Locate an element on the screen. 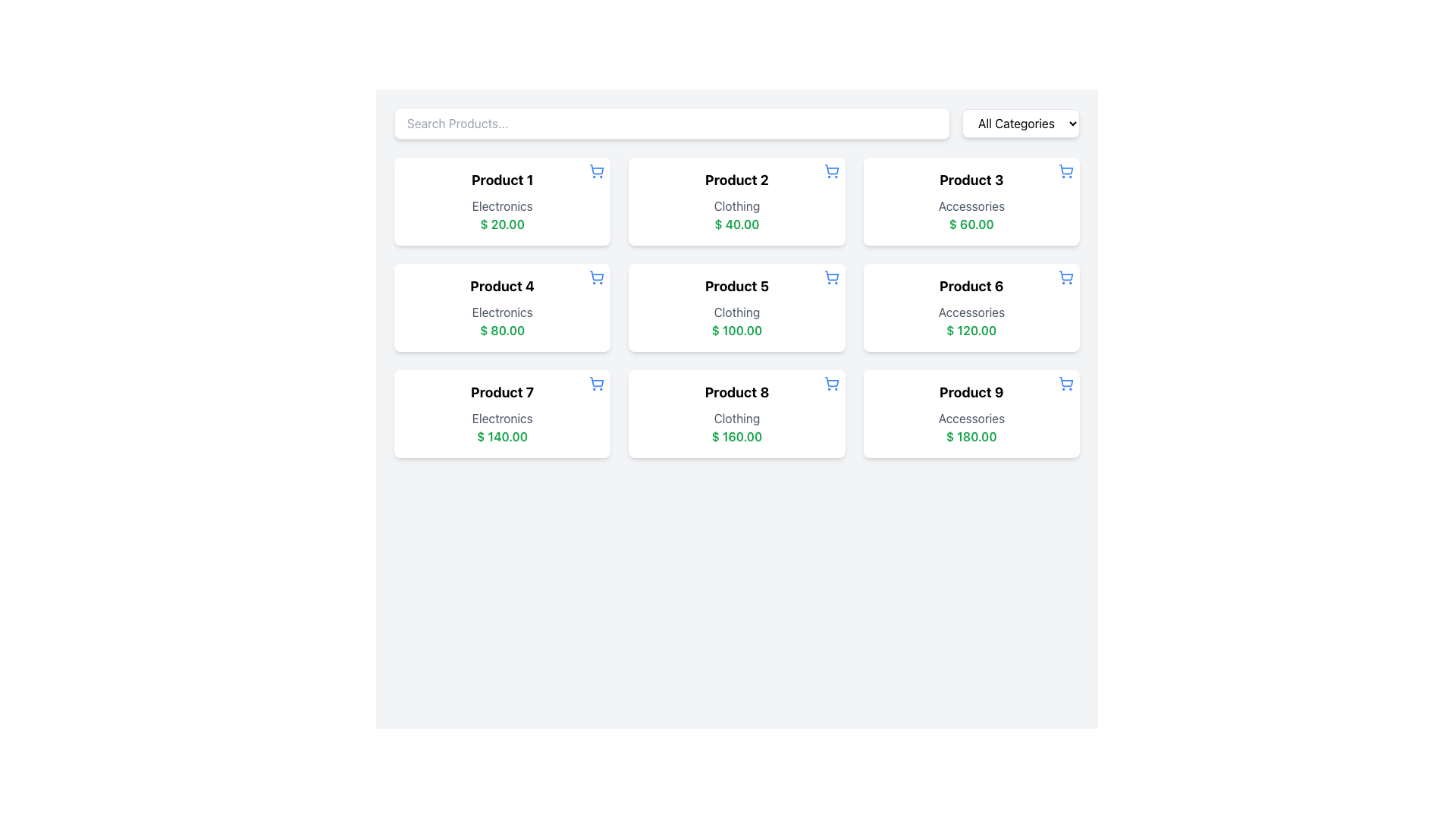 The width and height of the screenshot is (1456, 819). the shopping cart icon button located in the top-right corner of the 'Product 8' card is located at coordinates (830, 382).